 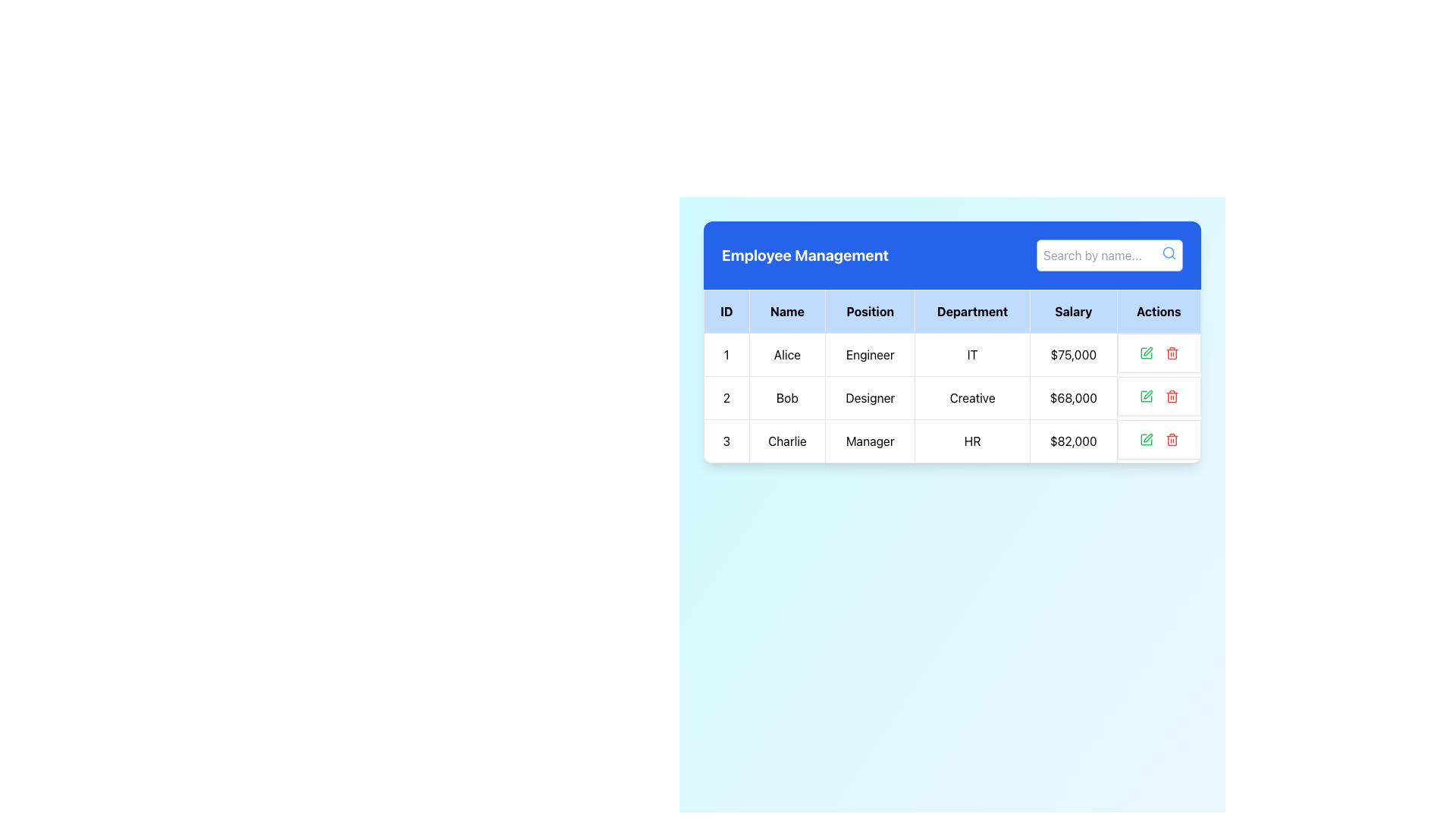 I want to click on text information from the second data row in the employee table, which is located between the rows for Alice and Charlie, so click(x=952, y=397).